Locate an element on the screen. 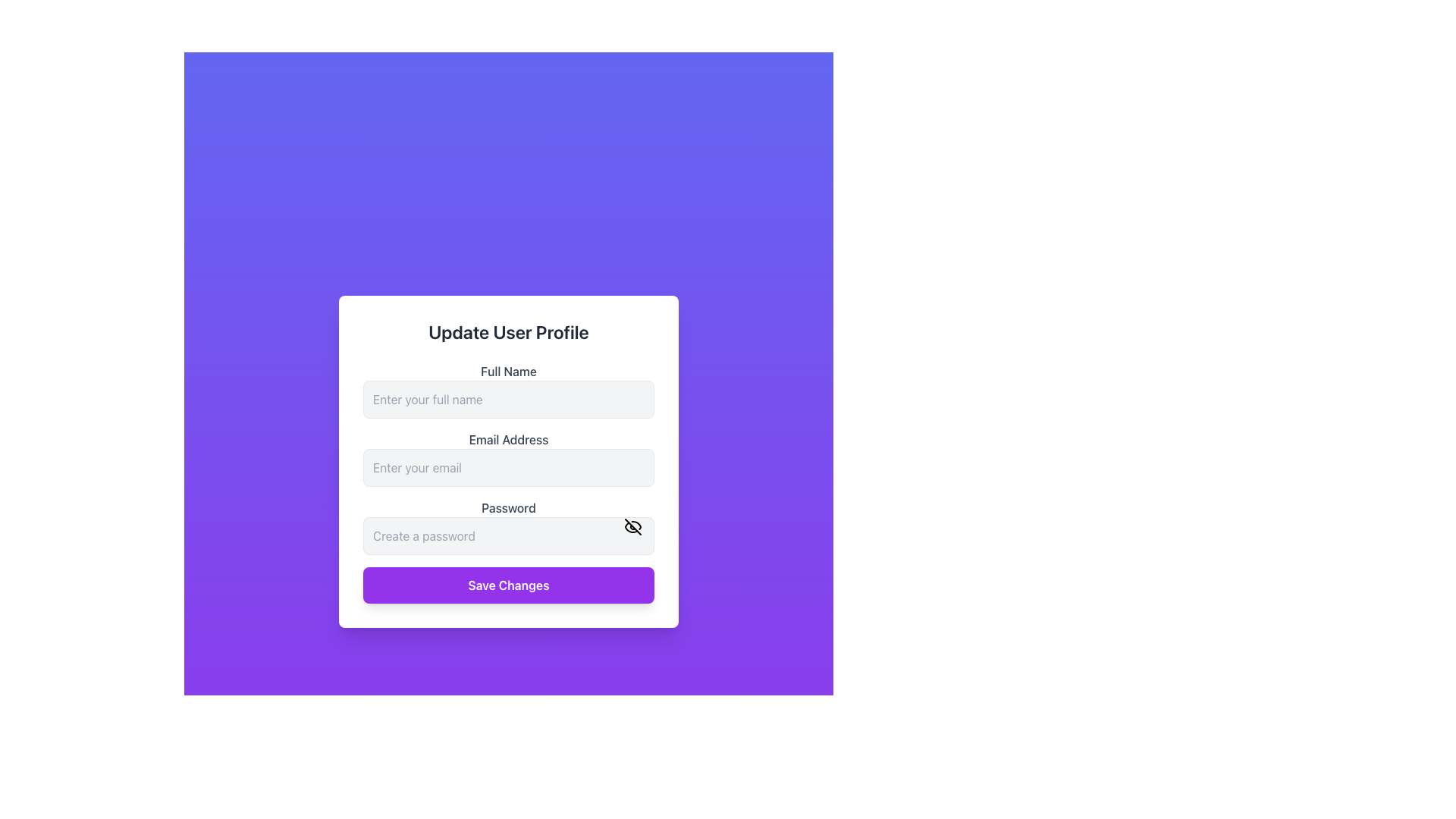  label that states 'Email Address', which is styled in dark gray and positioned above the email input field is located at coordinates (509, 439).